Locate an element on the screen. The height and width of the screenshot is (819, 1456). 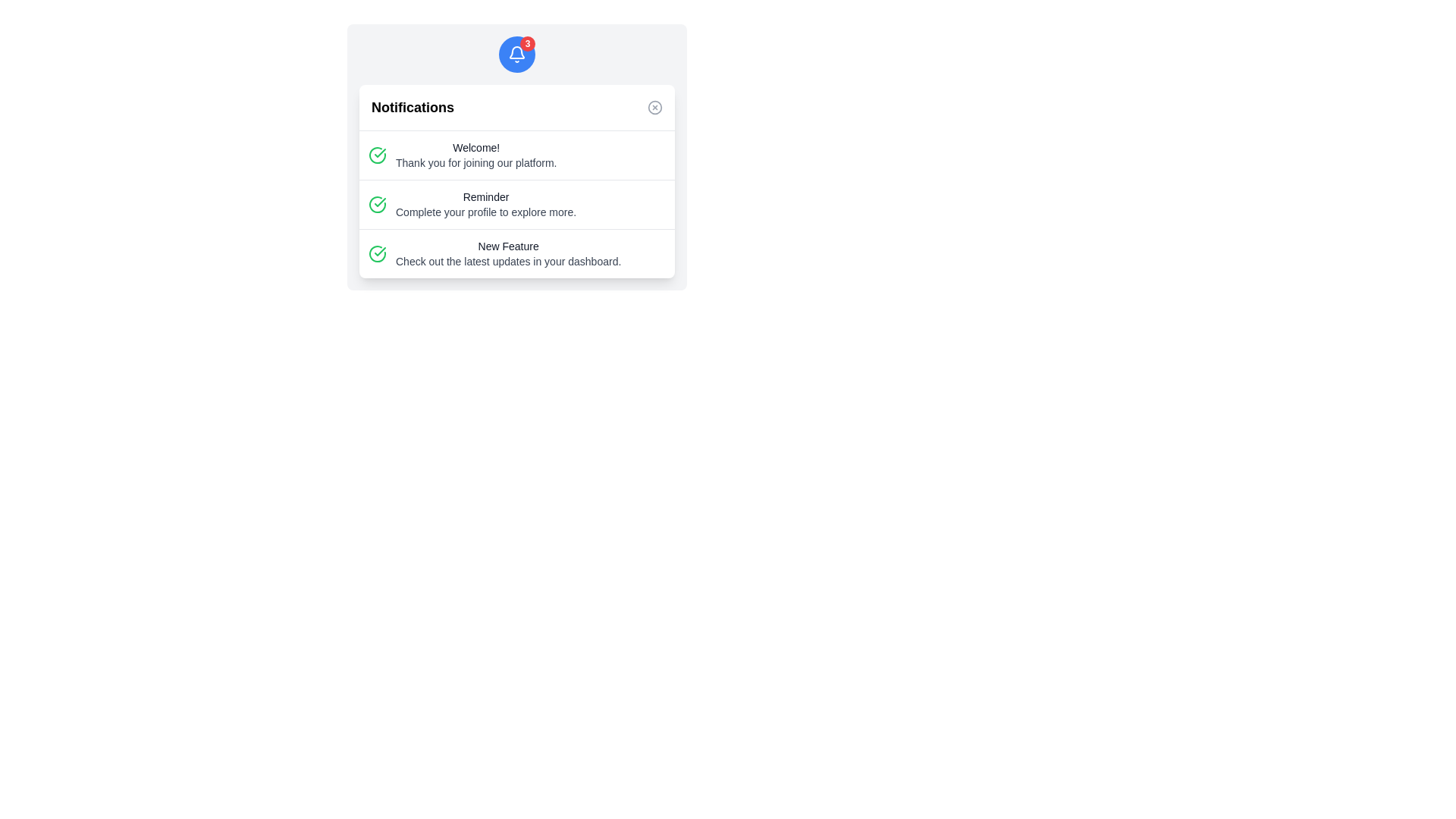
welcoming message displayed in the Text Display located below the circular icon with a notification badge in the Notifications panel is located at coordinates (475, 155).